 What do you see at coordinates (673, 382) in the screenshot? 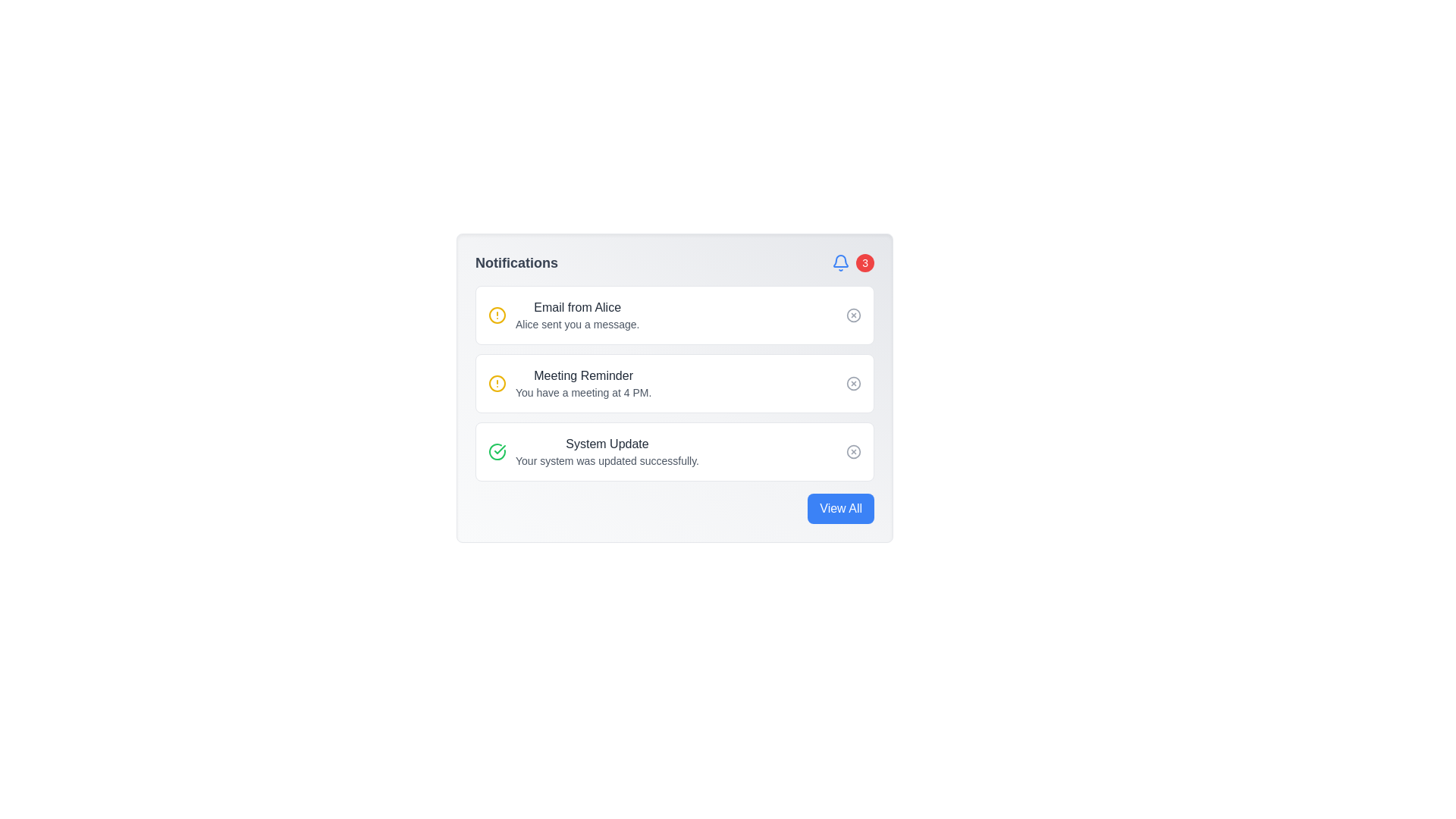
I see `the second notification card titled 'Meeting Reminder', which contains details about a meeting scheduled at 4 PM` at bounding box center [673, 382].